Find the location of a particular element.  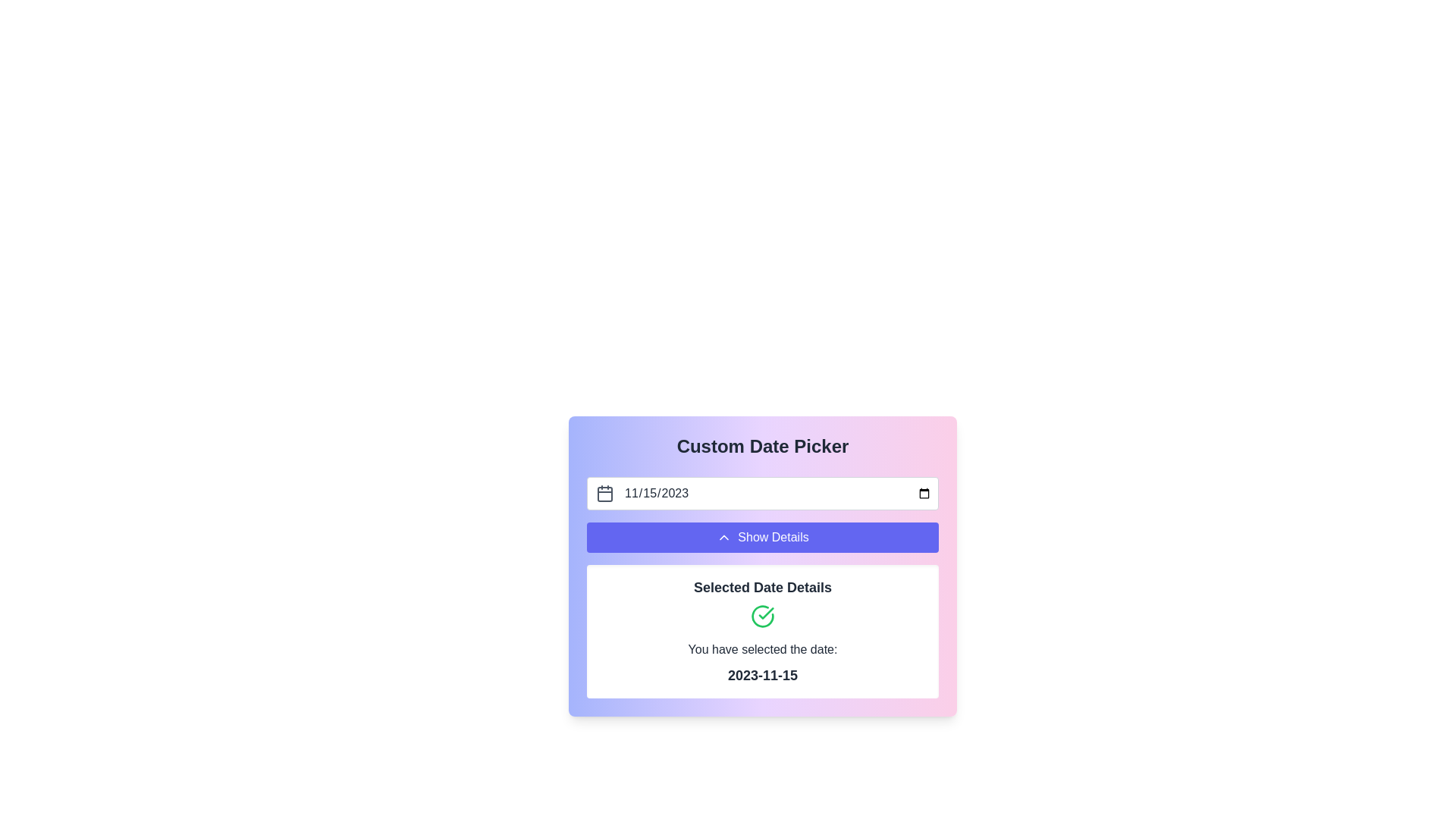

the Information Panel that displays 'Selected Date Details' with a green circular check icon and the selected date '2023-11-15' is located at coordinates (763, 632).